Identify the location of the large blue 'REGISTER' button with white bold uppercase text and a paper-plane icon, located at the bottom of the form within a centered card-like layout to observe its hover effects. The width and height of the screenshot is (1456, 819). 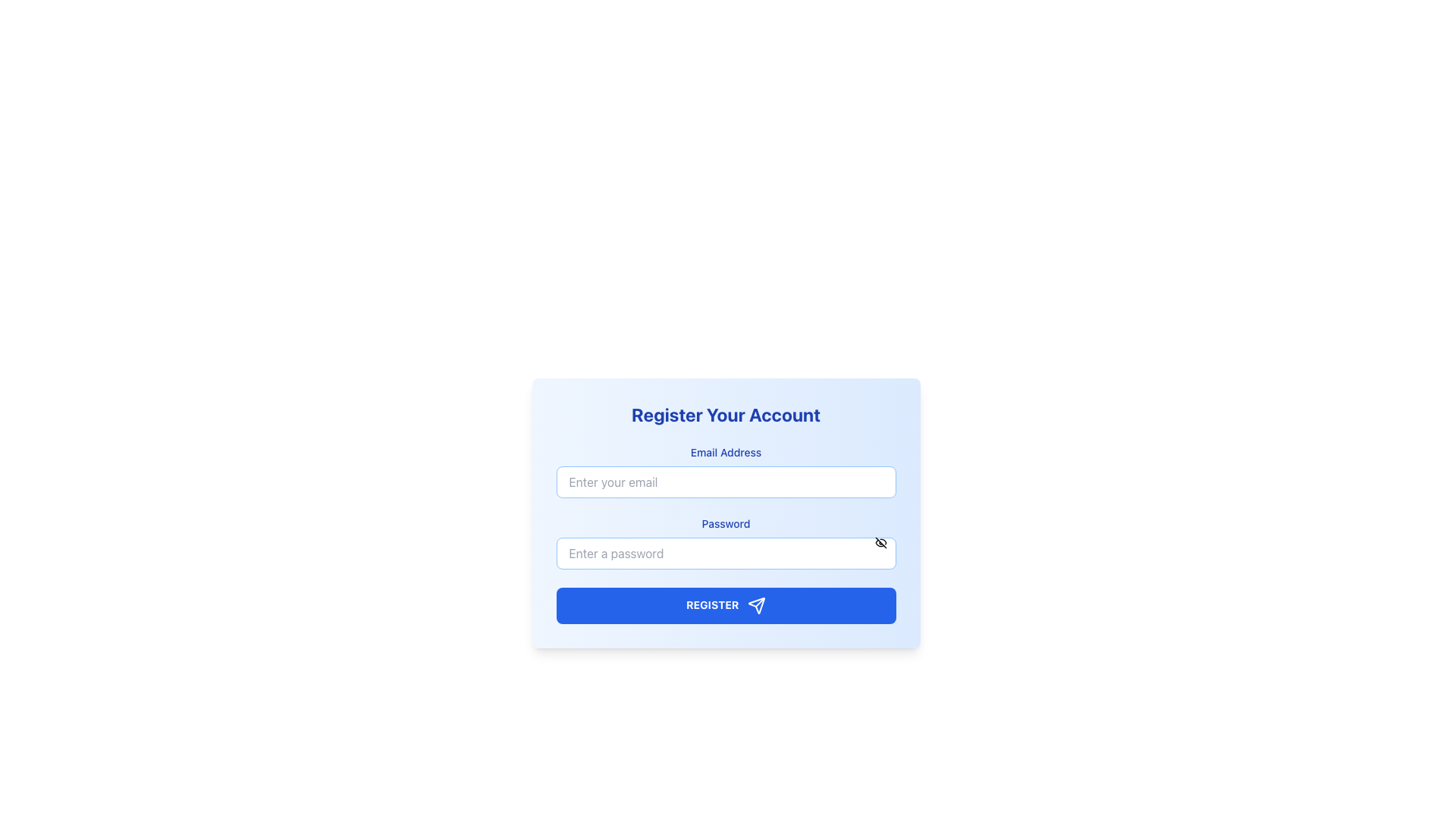
(725, 604).